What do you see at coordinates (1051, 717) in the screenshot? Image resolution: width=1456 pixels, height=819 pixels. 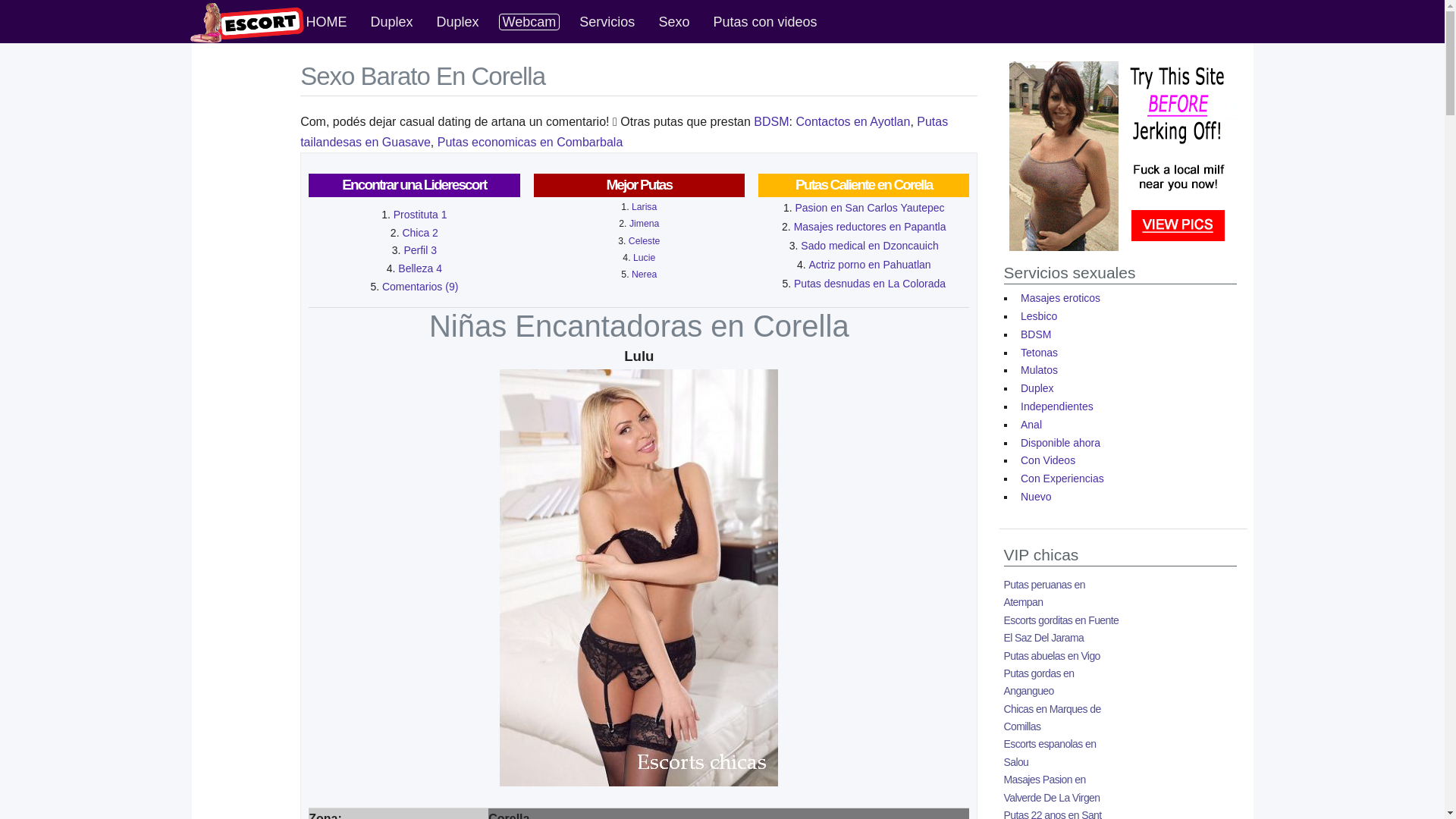 I see `'Chicas en Marques de Comillas'` at bounding box center [1051, 717].